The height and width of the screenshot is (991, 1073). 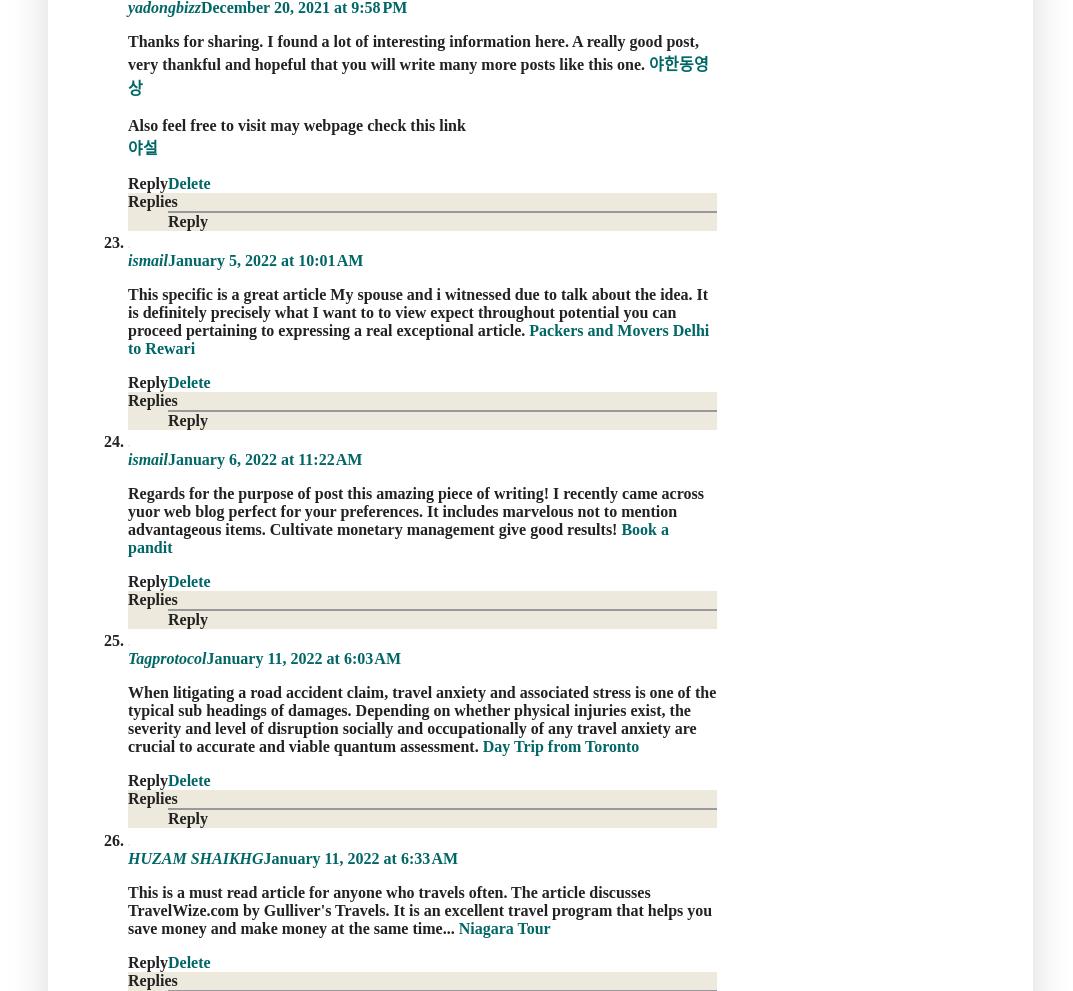 What do you see at coordinates (264, 259) in the screenshot?
I see `'January 5, 2022 at 10:01 AM'` at bounding box center [264, 259].